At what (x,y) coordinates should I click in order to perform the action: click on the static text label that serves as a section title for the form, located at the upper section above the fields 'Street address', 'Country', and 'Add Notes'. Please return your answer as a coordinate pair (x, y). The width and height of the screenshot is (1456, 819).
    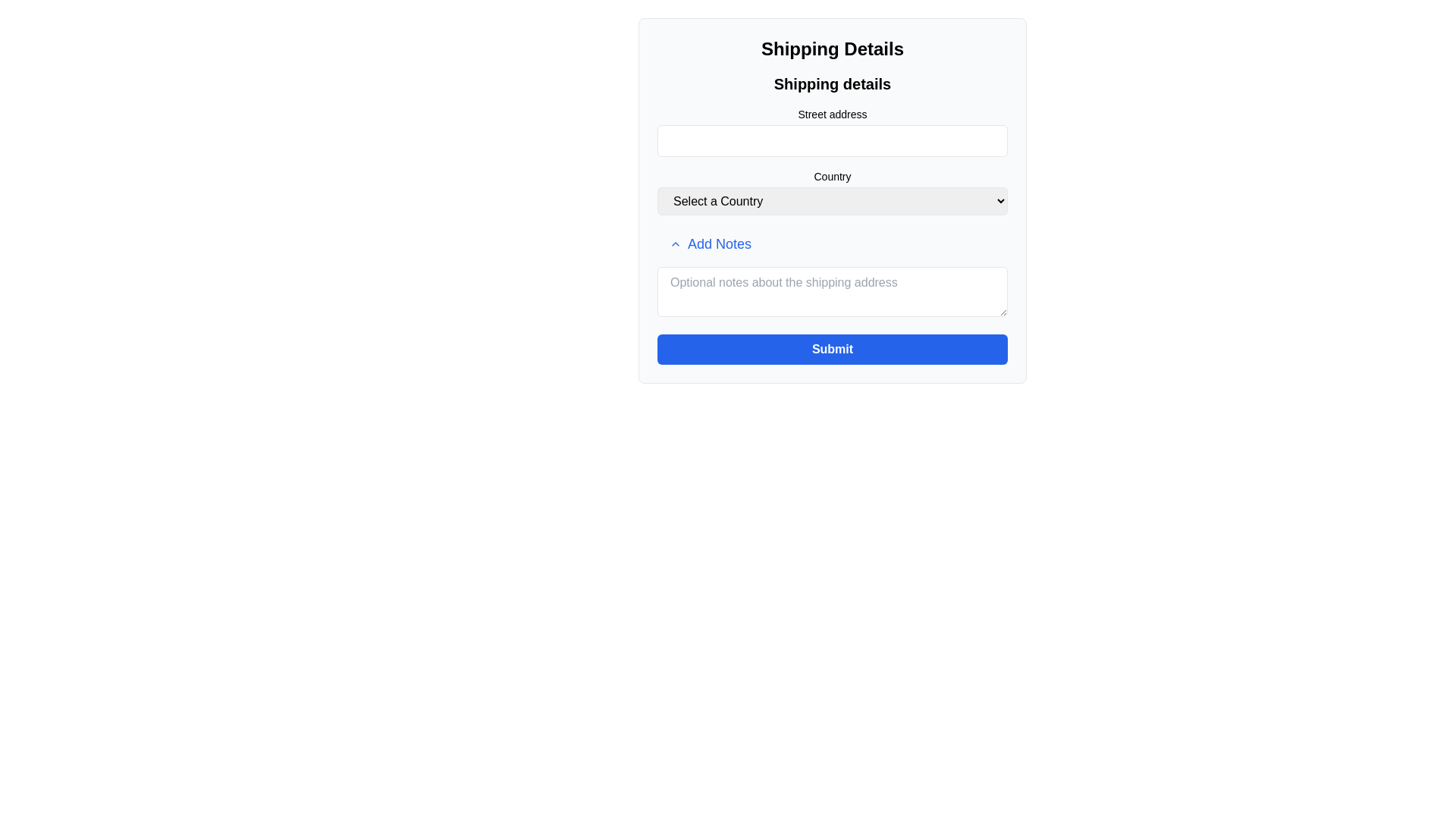
    Looking at the image, I should click on (832, 84).